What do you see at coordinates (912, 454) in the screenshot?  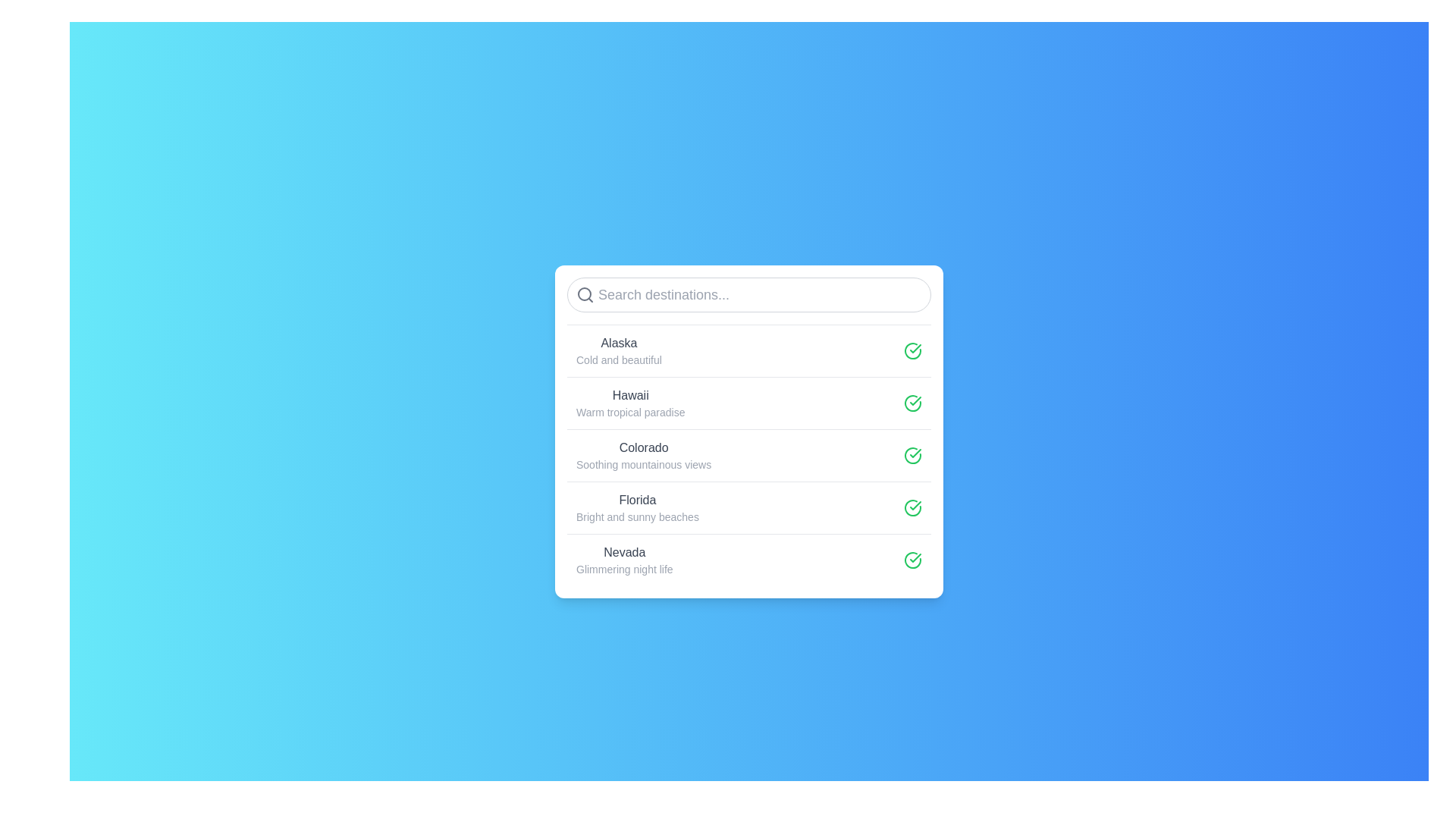 I see `the approval/completion icon associated with the 'Colorado' item, which is located to the right of the title and description` at bounding box center [912, 454].